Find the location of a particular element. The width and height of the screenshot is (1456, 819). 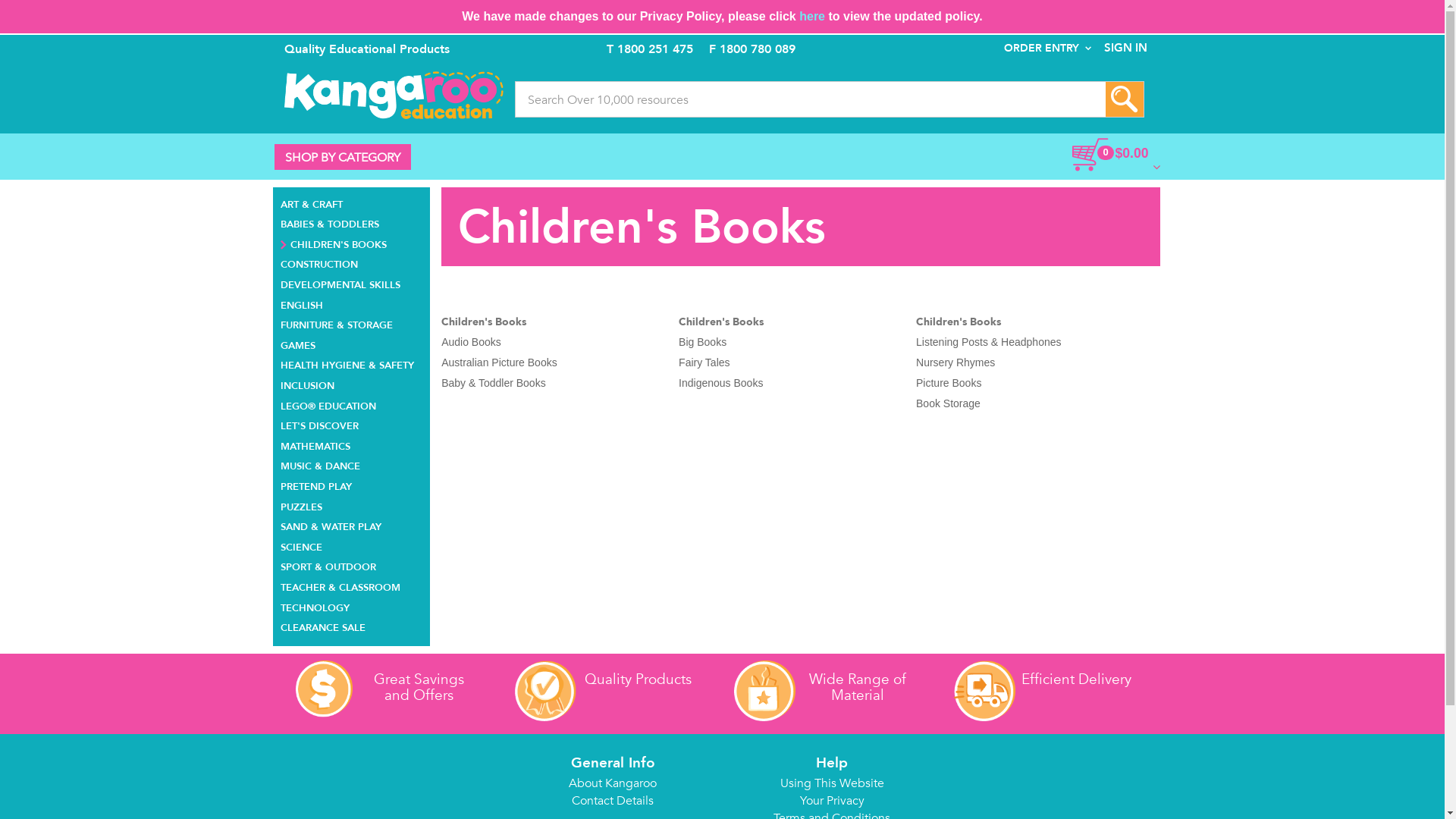

'GAMES' is located at coordinates (298, 344).